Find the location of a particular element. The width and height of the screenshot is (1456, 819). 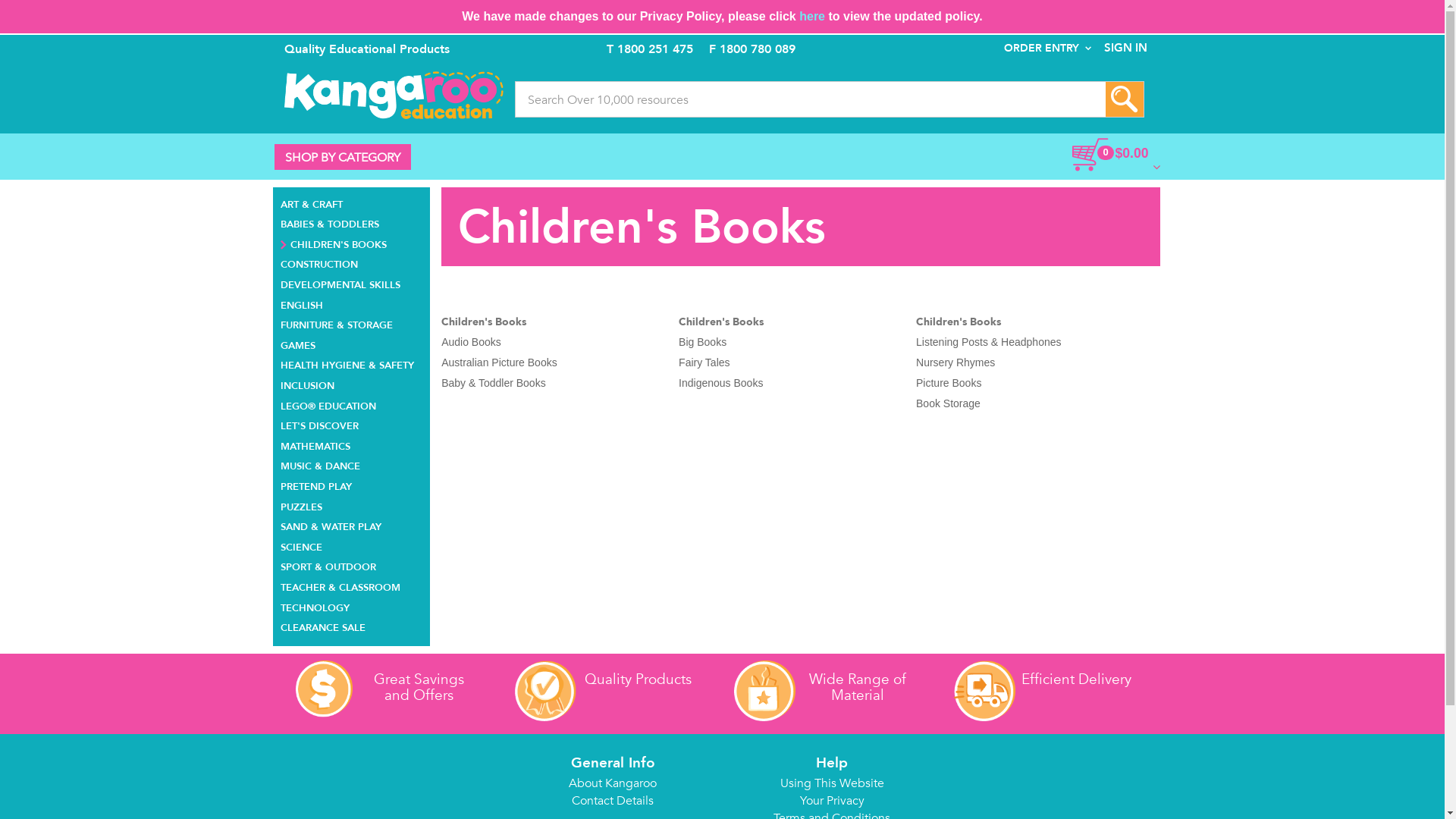

'GAMES' is located at coordinates (298, 344).